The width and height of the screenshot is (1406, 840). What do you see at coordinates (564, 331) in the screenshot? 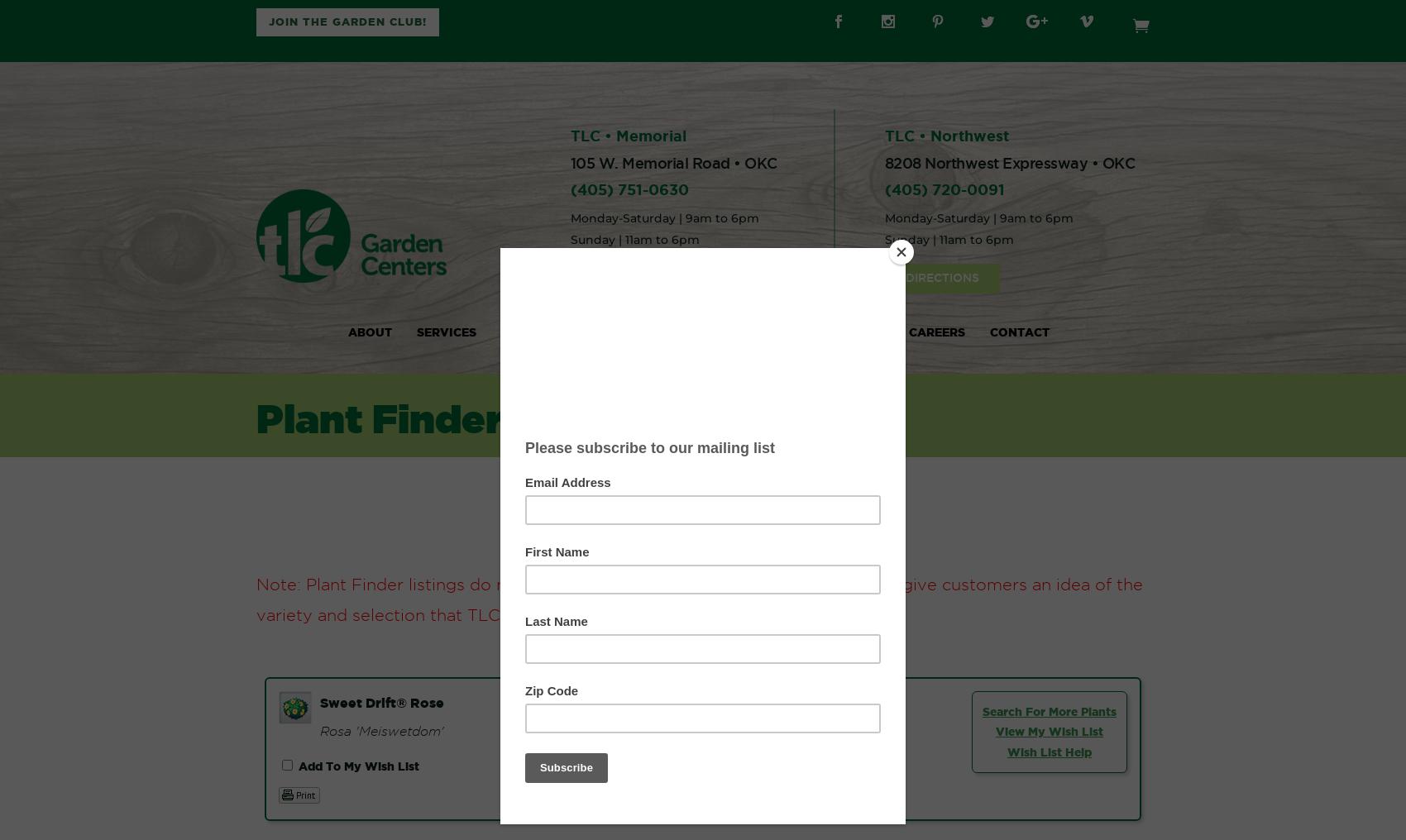
I see `'Plant Info Center'` at bounding box center [564, 331].